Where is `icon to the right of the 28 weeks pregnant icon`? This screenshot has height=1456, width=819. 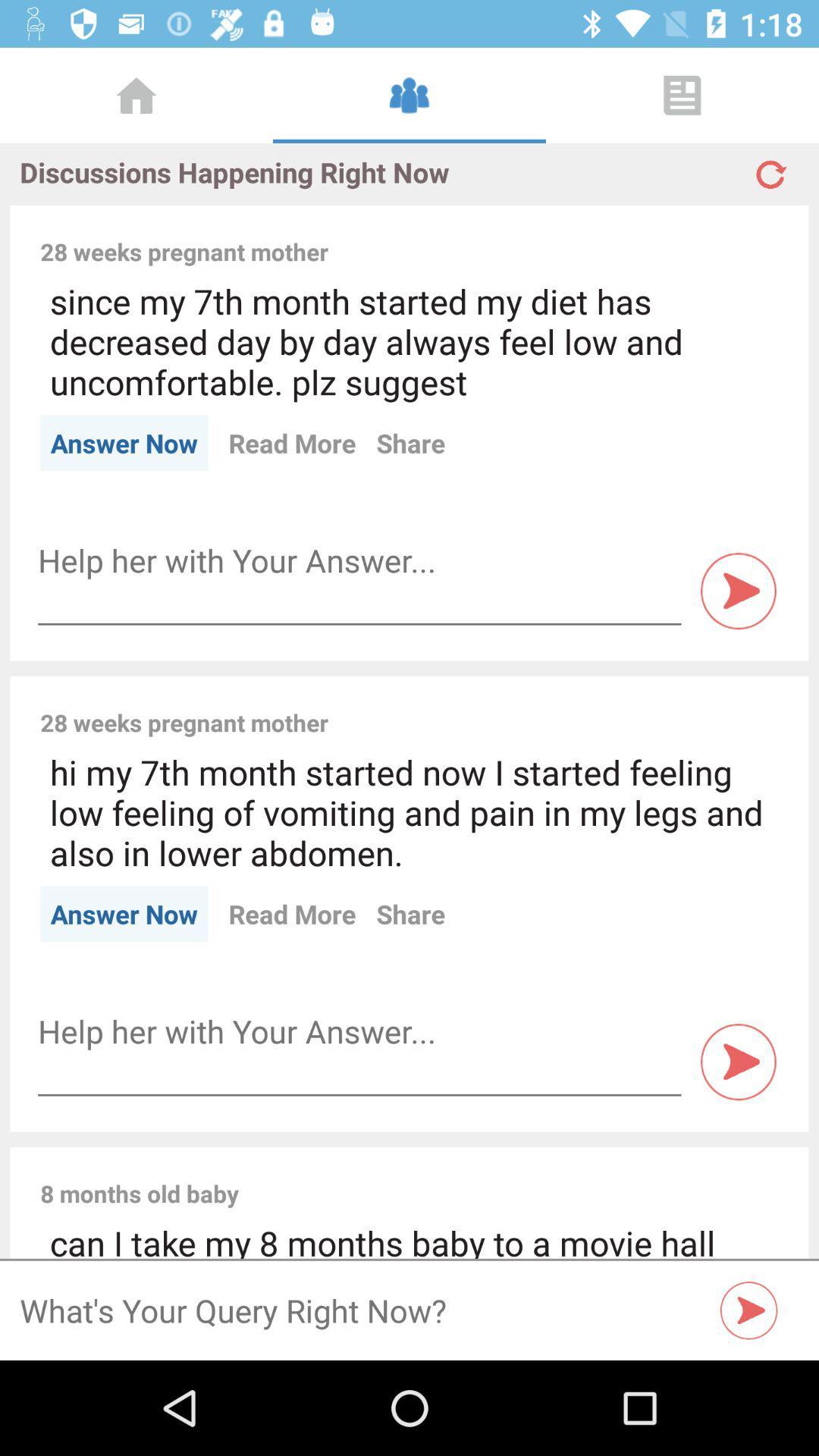 icon to the right of the 28 weeks pregnant icon is located at coordinates (563, 234).